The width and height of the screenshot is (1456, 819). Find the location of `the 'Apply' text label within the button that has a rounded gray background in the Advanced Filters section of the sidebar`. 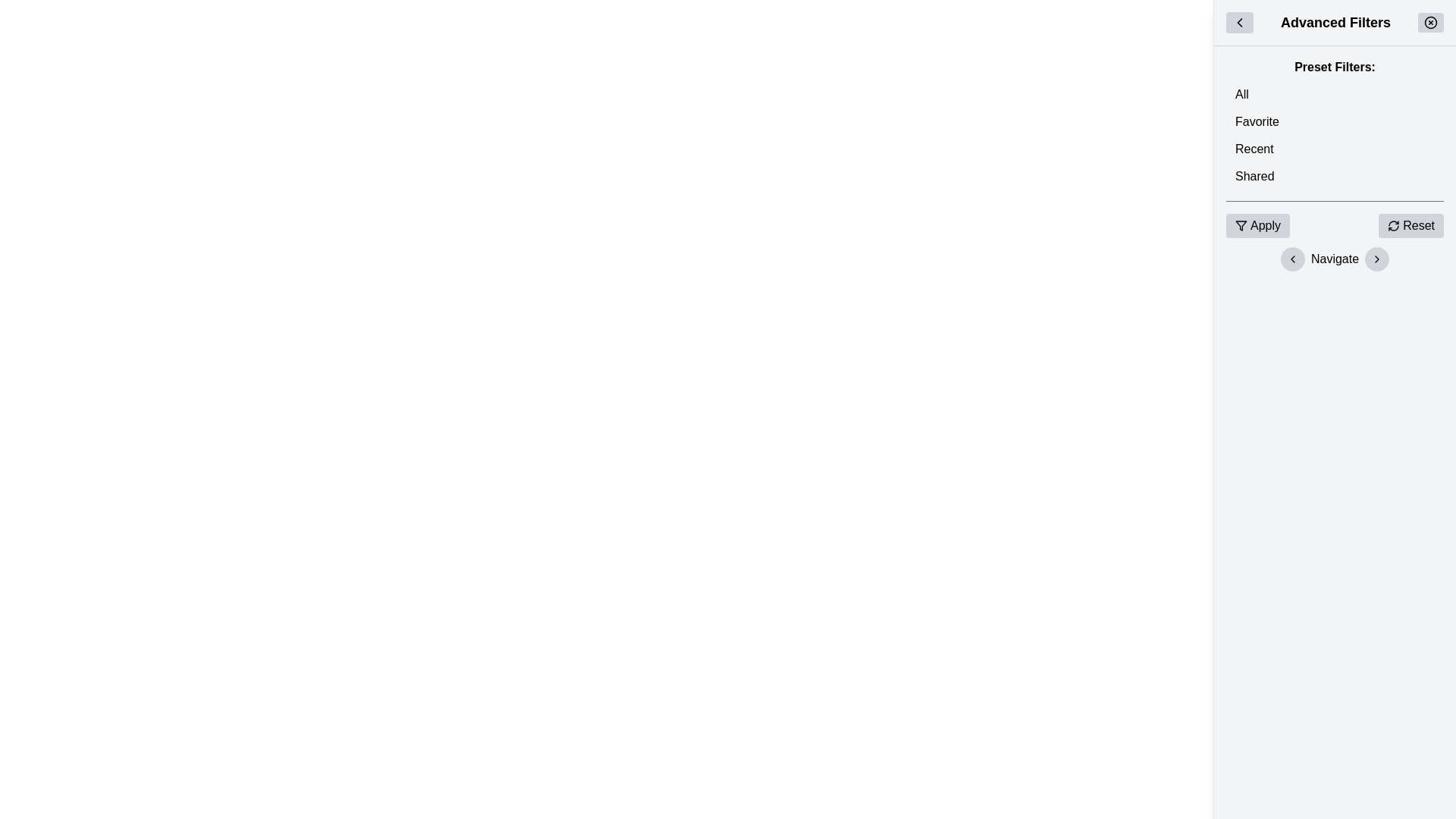

the 'Apply' text label within the button that has a rounded gray background in the Advanced Filters section of the sidebar is located at coordinates (1266, 225).